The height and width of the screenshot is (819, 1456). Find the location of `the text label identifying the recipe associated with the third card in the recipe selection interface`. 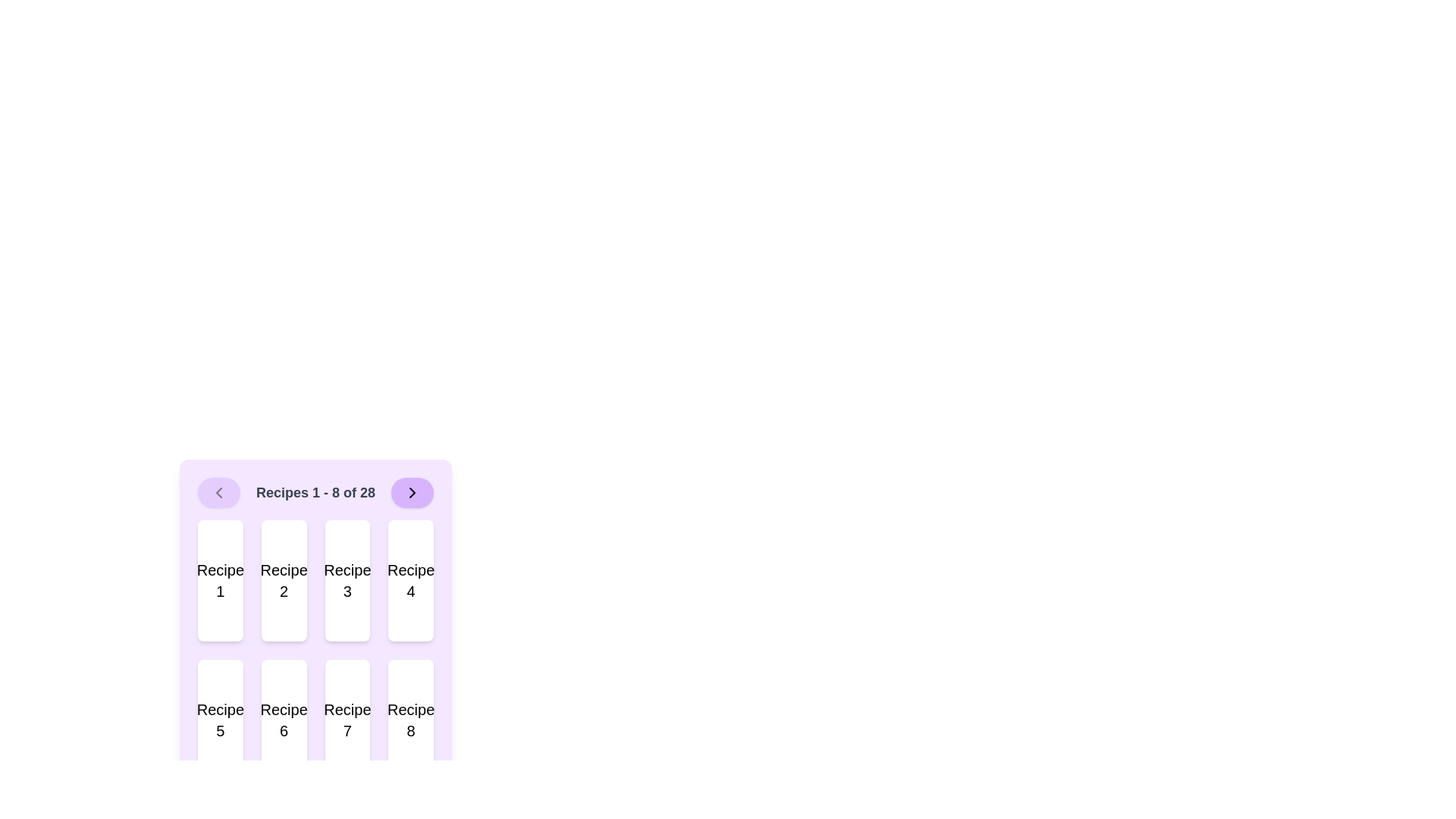

the text label identifying the recipe associated with the third card in the recipe selection interface is located at coordinates (347, 580).